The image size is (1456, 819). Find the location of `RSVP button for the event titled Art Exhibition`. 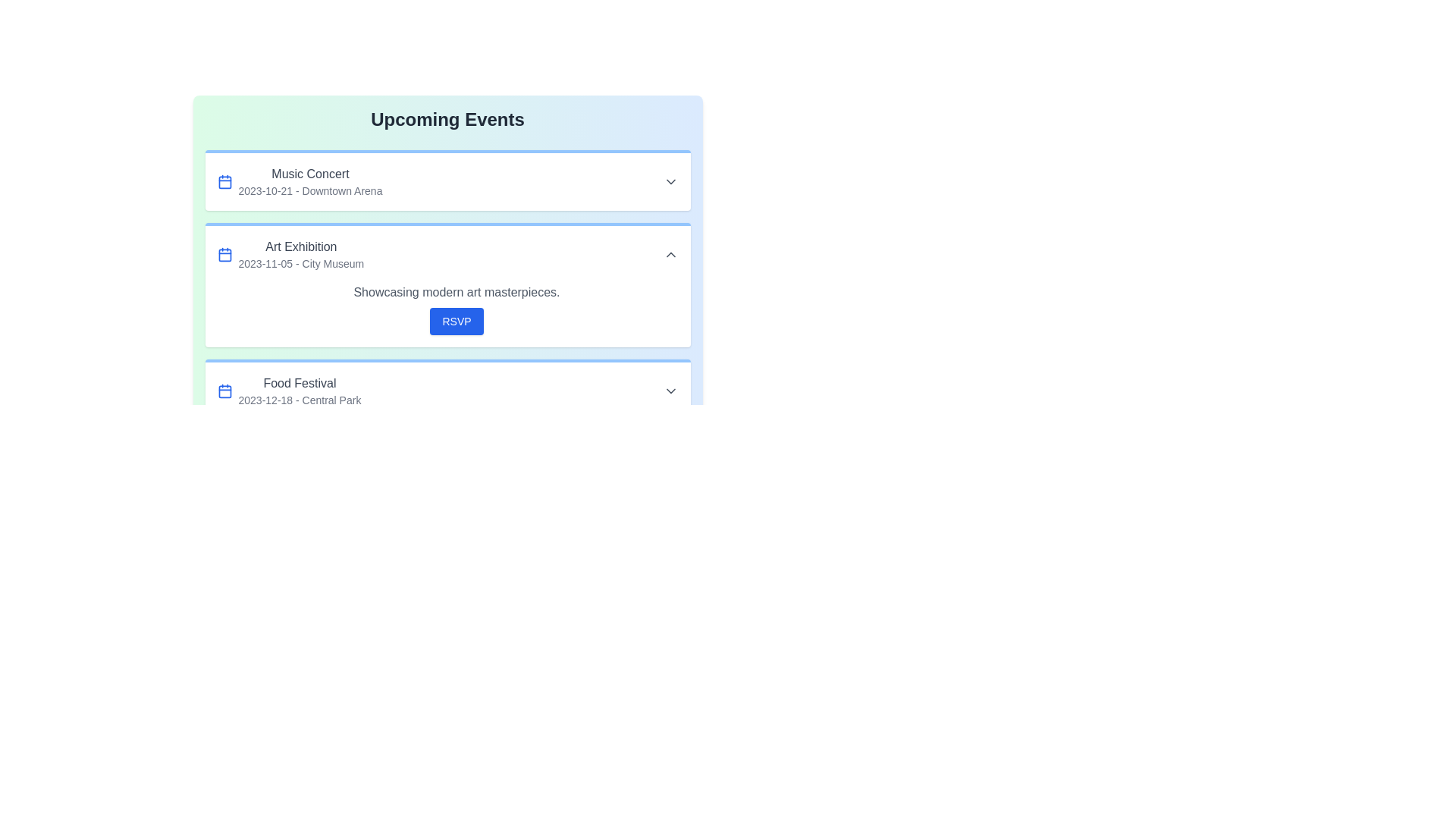

RSVP button for the event titled Art Exhibition is located at coordinates (456, 321).